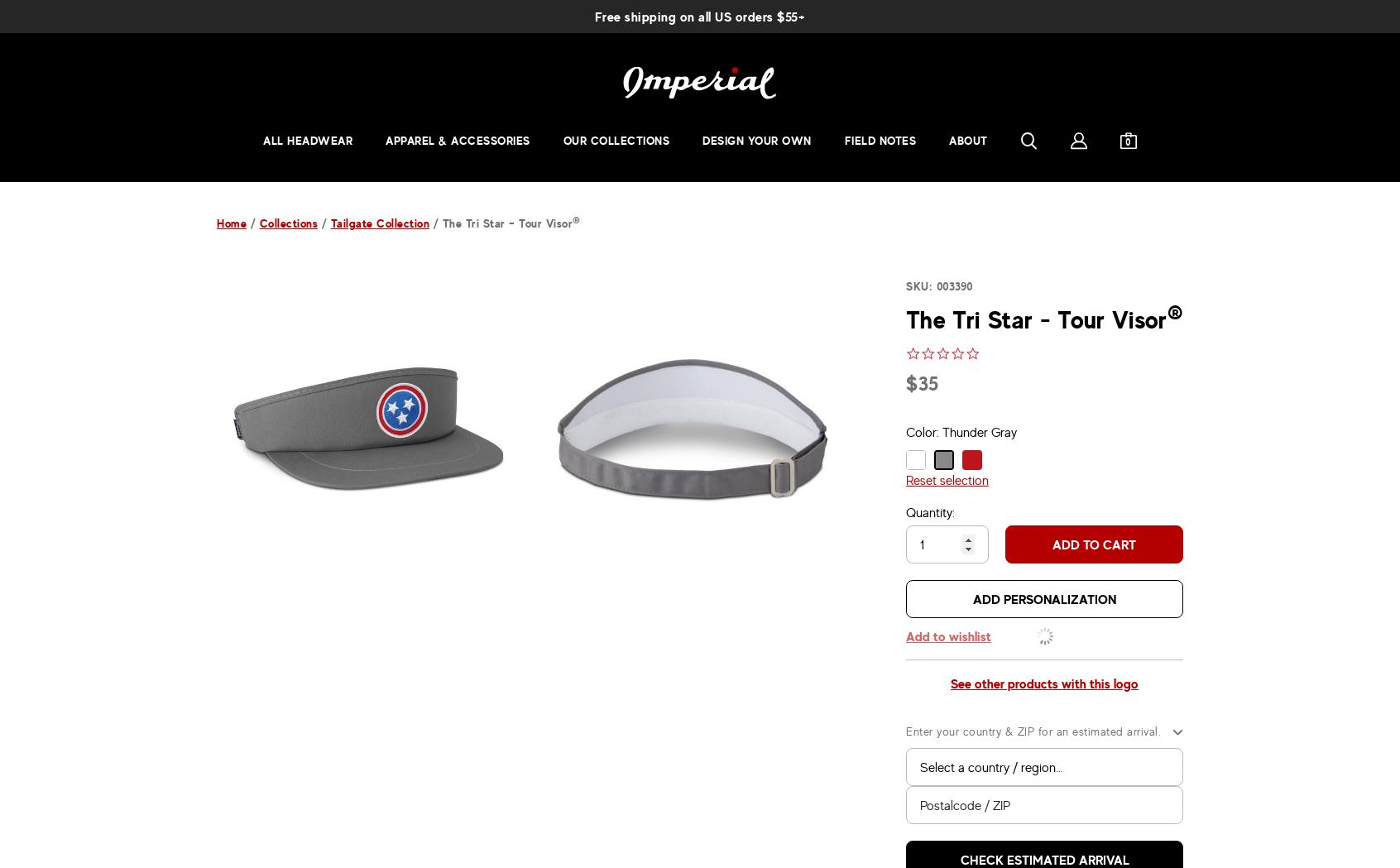  Describe the element at coordinates (500, 222) in the screenshot. I see `'/ The Tri Star – Tour Visor'` at that location.